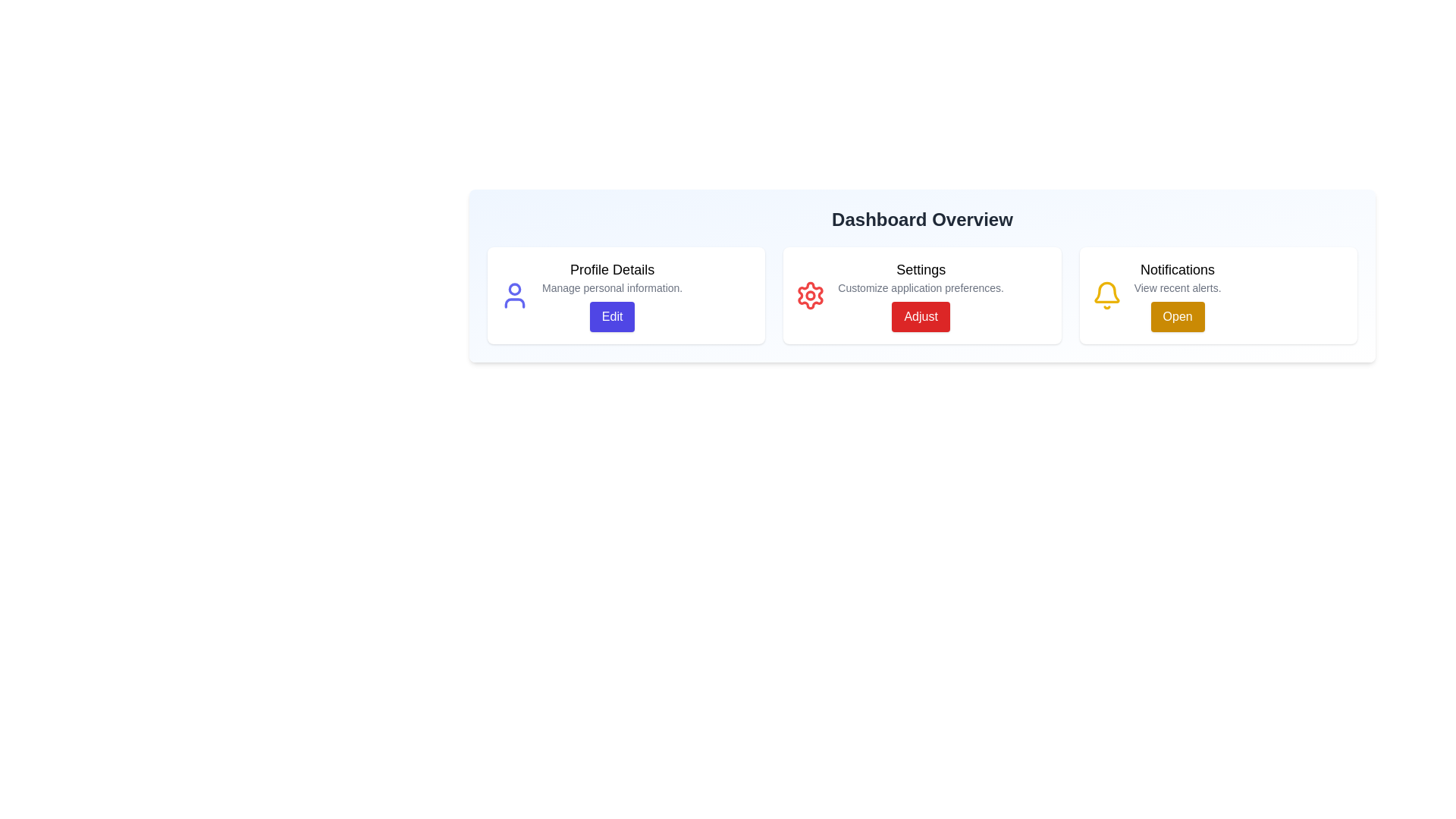 The width and height of the screenshot is (1456, 819). Describe the element at coordinates (1177, 288) in the screenshot. I see `the descriptive text element located in the 'Notifications' section, which suggests viewing recent alerts, situated between the title 'Notifications' and the yellow button labeled 'Open'` at that location.